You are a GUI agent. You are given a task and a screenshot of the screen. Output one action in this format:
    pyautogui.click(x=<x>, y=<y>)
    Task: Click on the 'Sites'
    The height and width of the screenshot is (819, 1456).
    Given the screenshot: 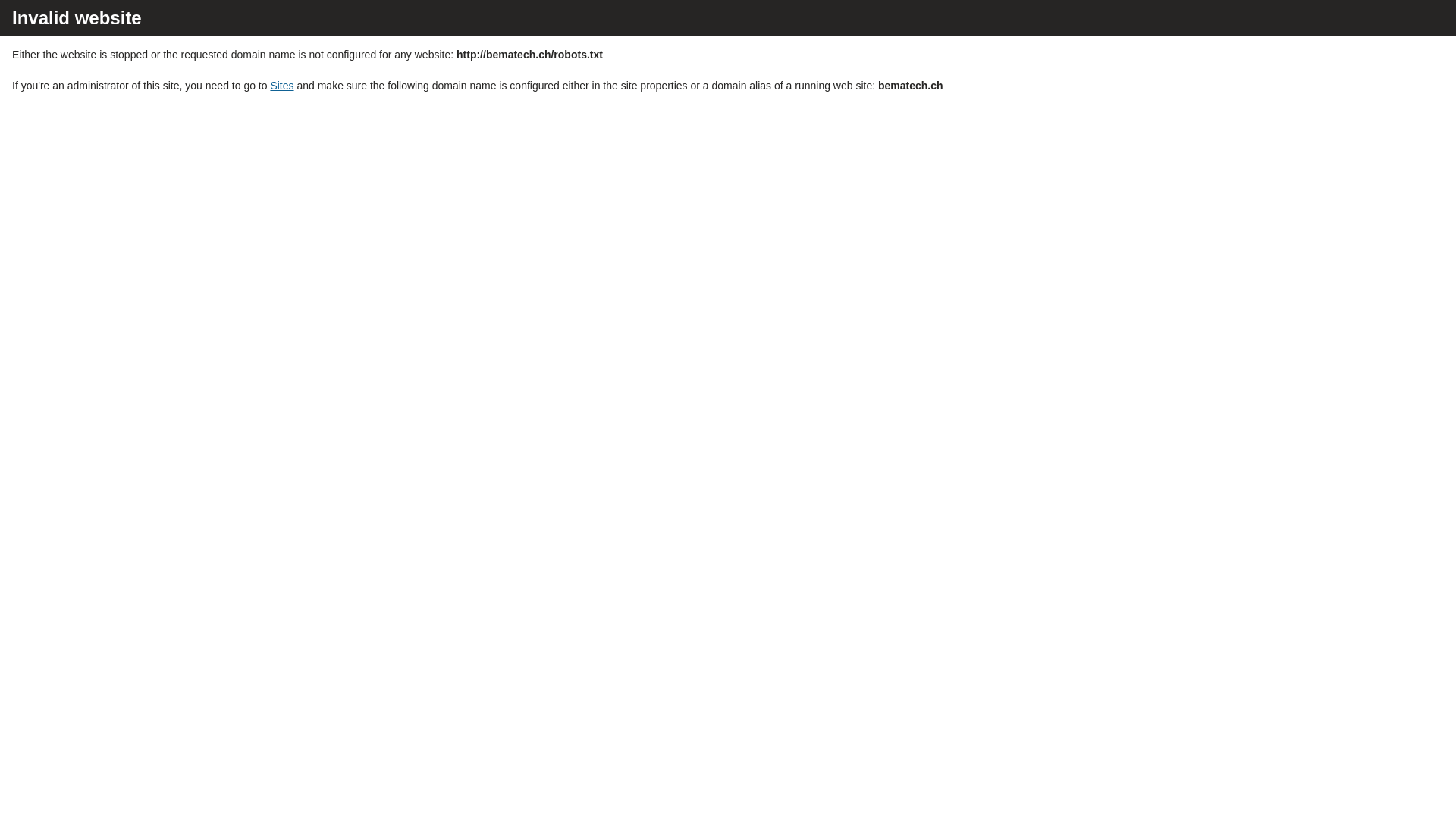 What is the action you would take?
    pyautogui.click(x=281, y=85)
    